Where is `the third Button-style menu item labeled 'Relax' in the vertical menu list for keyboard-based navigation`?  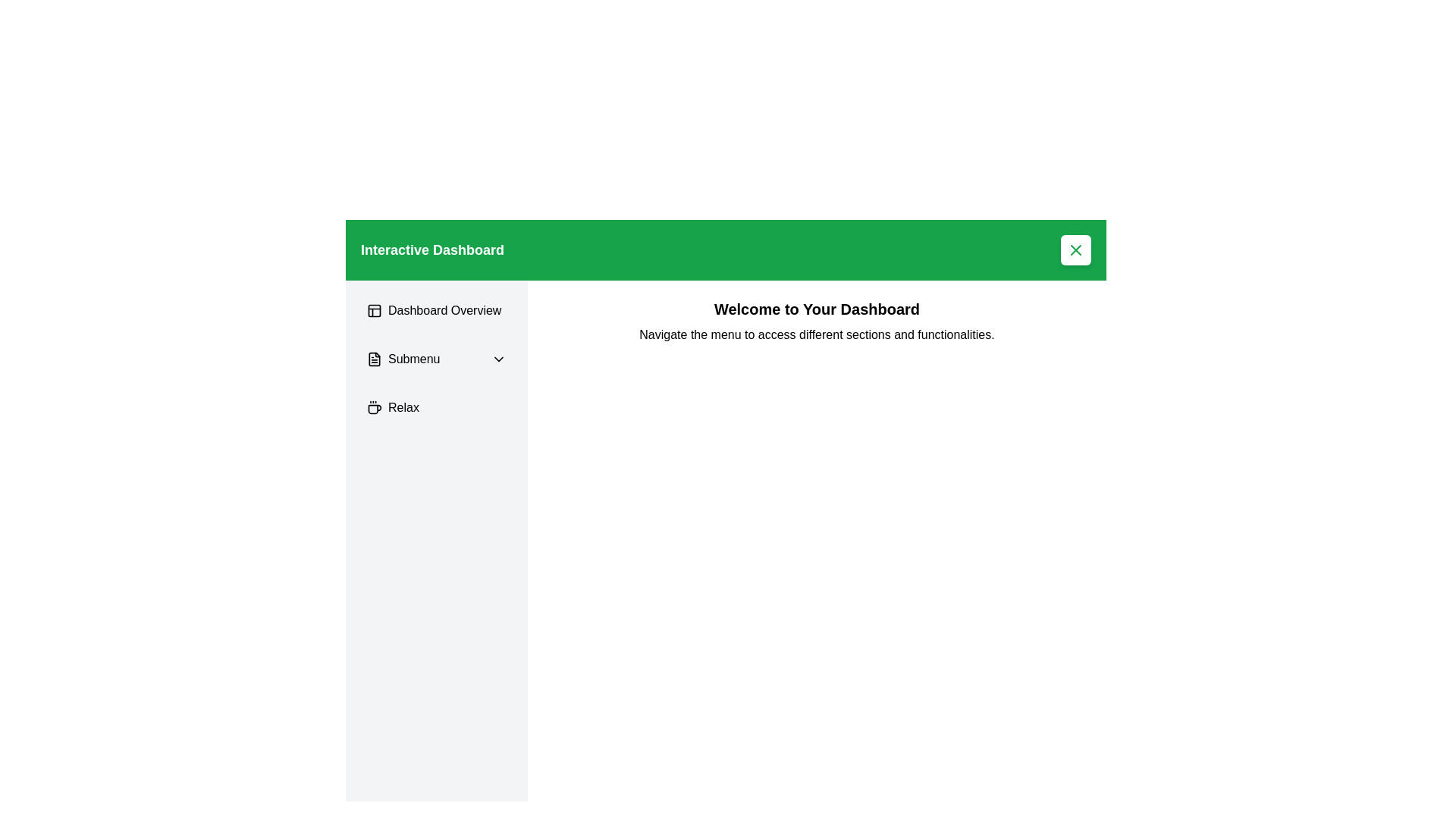
the third Button-style menu item labeled 'Relax' in the vertical menu list for keyboard-based navigation is located at coordinates (436, 406).